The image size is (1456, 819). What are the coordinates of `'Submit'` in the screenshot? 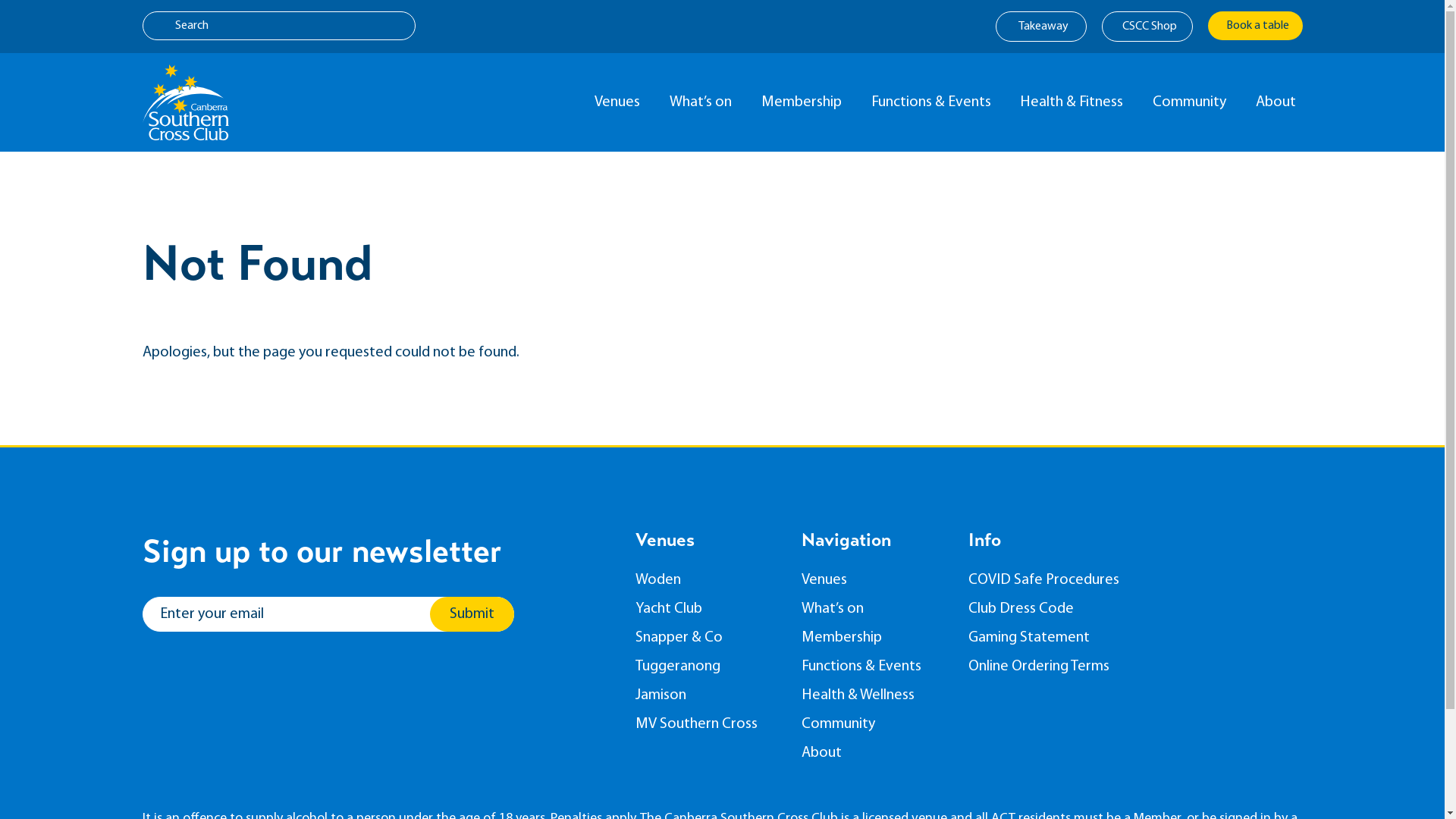 It's located at (470, 614).